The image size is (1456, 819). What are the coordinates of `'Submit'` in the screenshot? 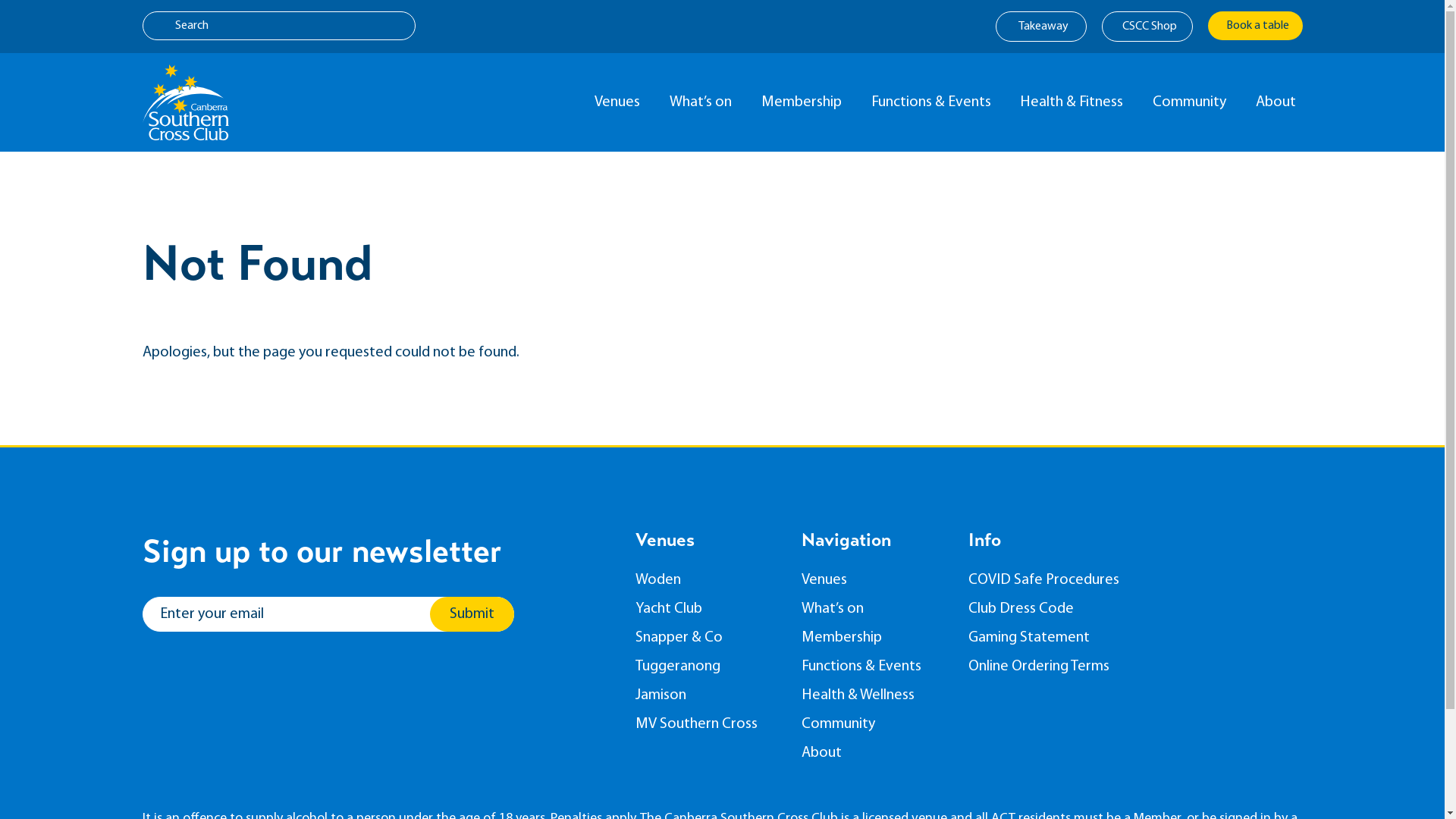 It's located at (470, 614).